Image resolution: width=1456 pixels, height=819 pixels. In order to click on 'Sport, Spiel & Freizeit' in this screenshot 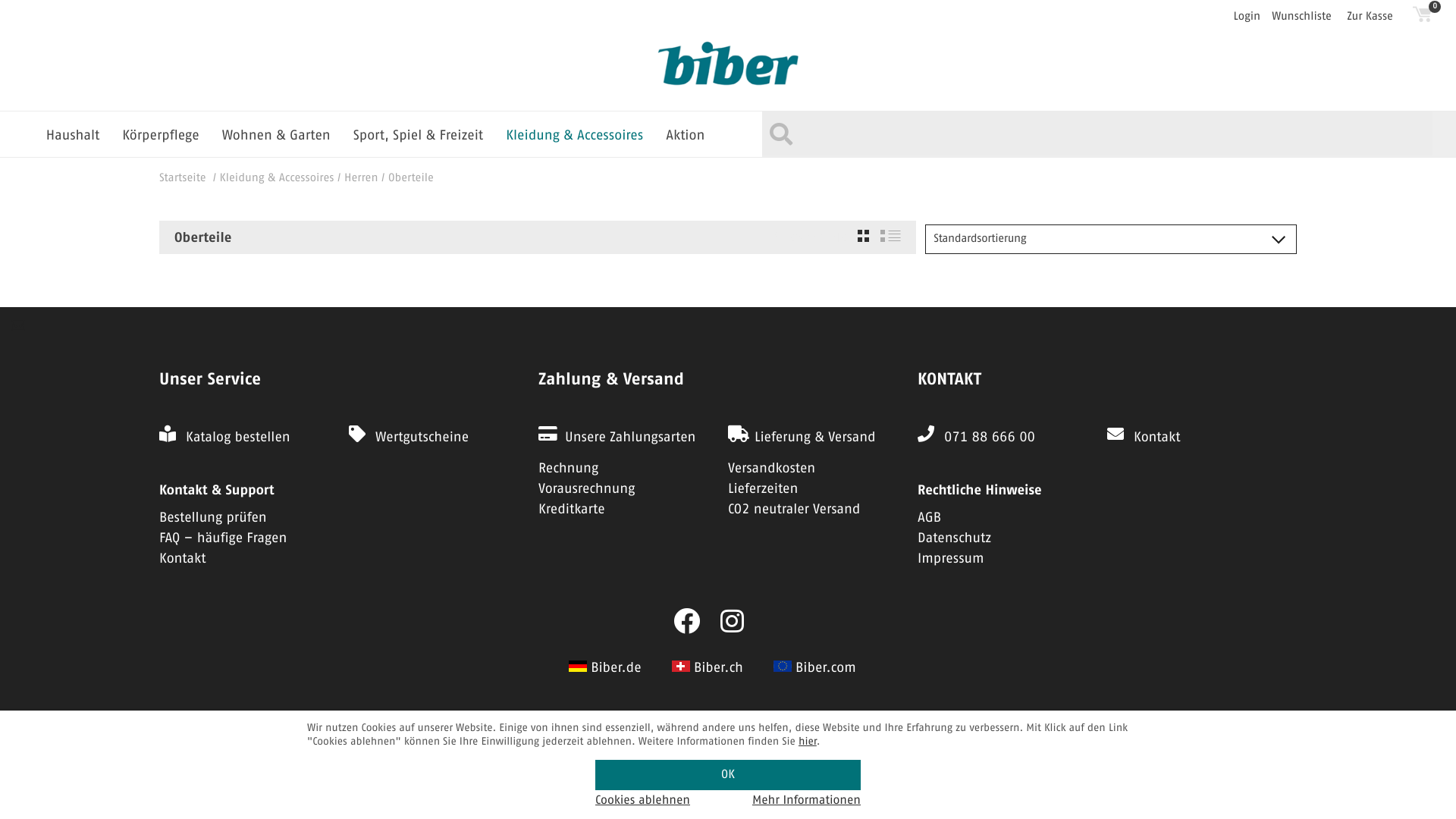, I will do `click(418, 134)`.